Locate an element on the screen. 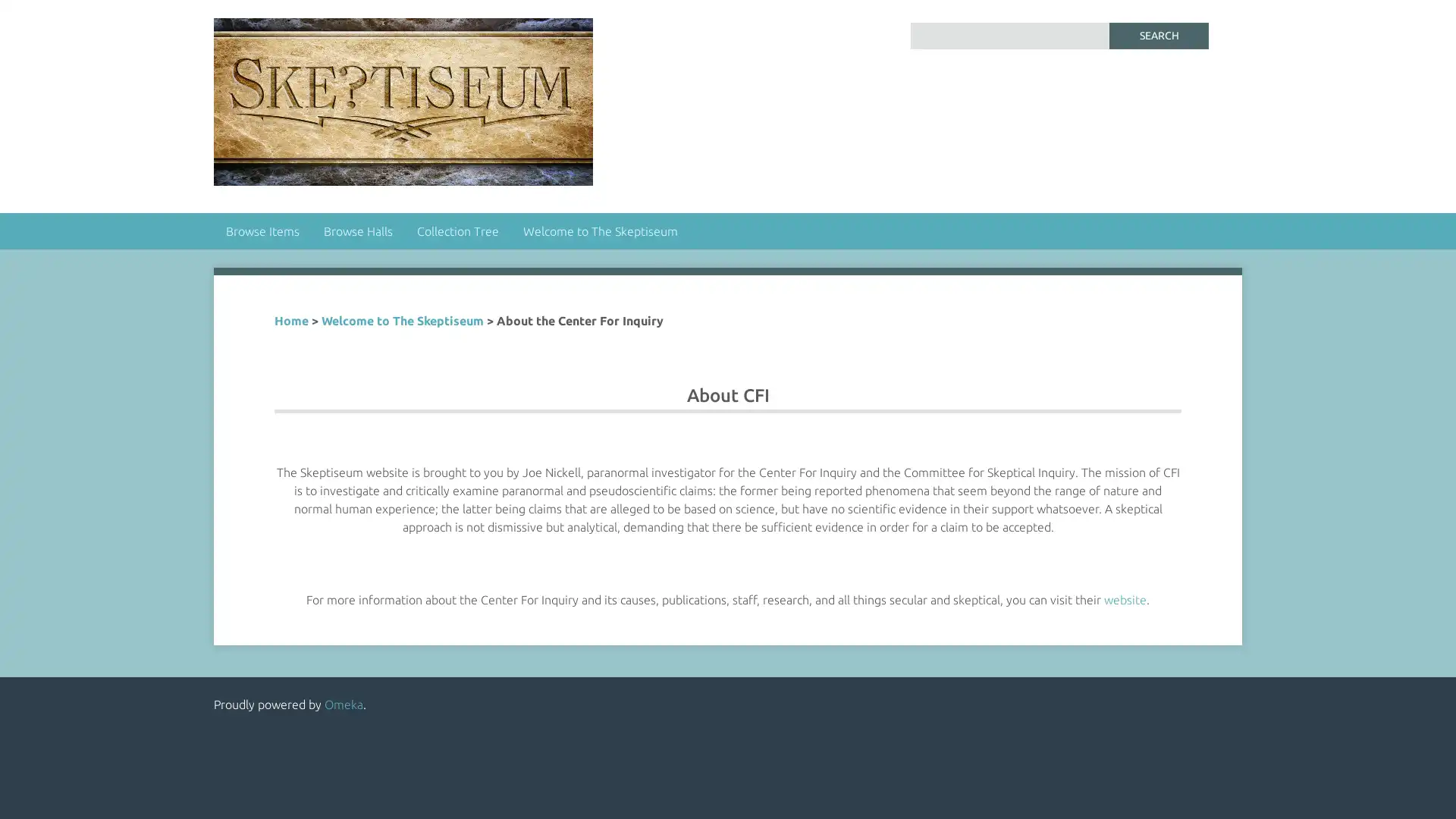 The height and width of the screenshot is (819, 1456). Search is located at coordinates (1157, 35).